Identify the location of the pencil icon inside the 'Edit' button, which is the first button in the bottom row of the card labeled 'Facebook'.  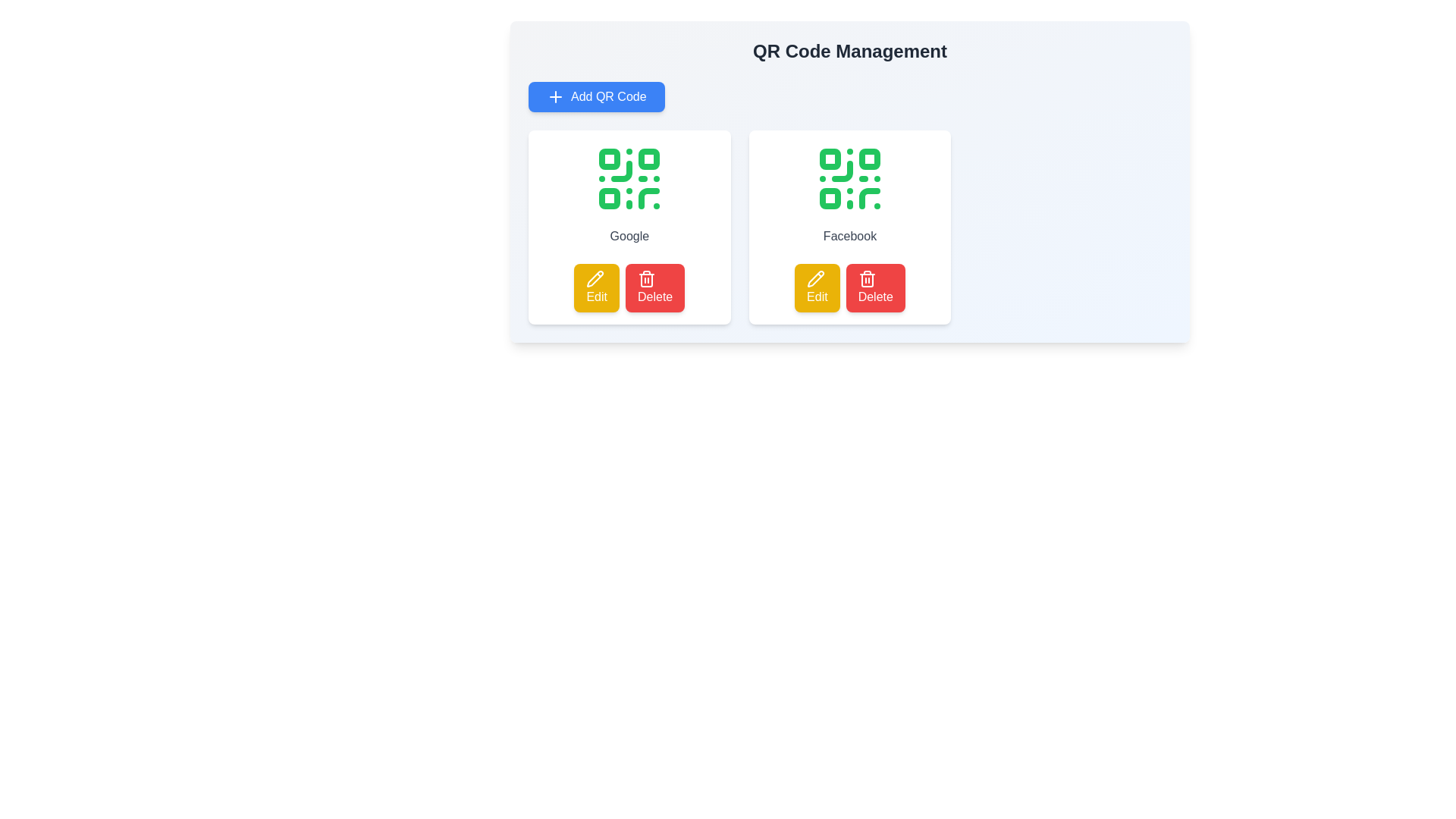
(815, 278).